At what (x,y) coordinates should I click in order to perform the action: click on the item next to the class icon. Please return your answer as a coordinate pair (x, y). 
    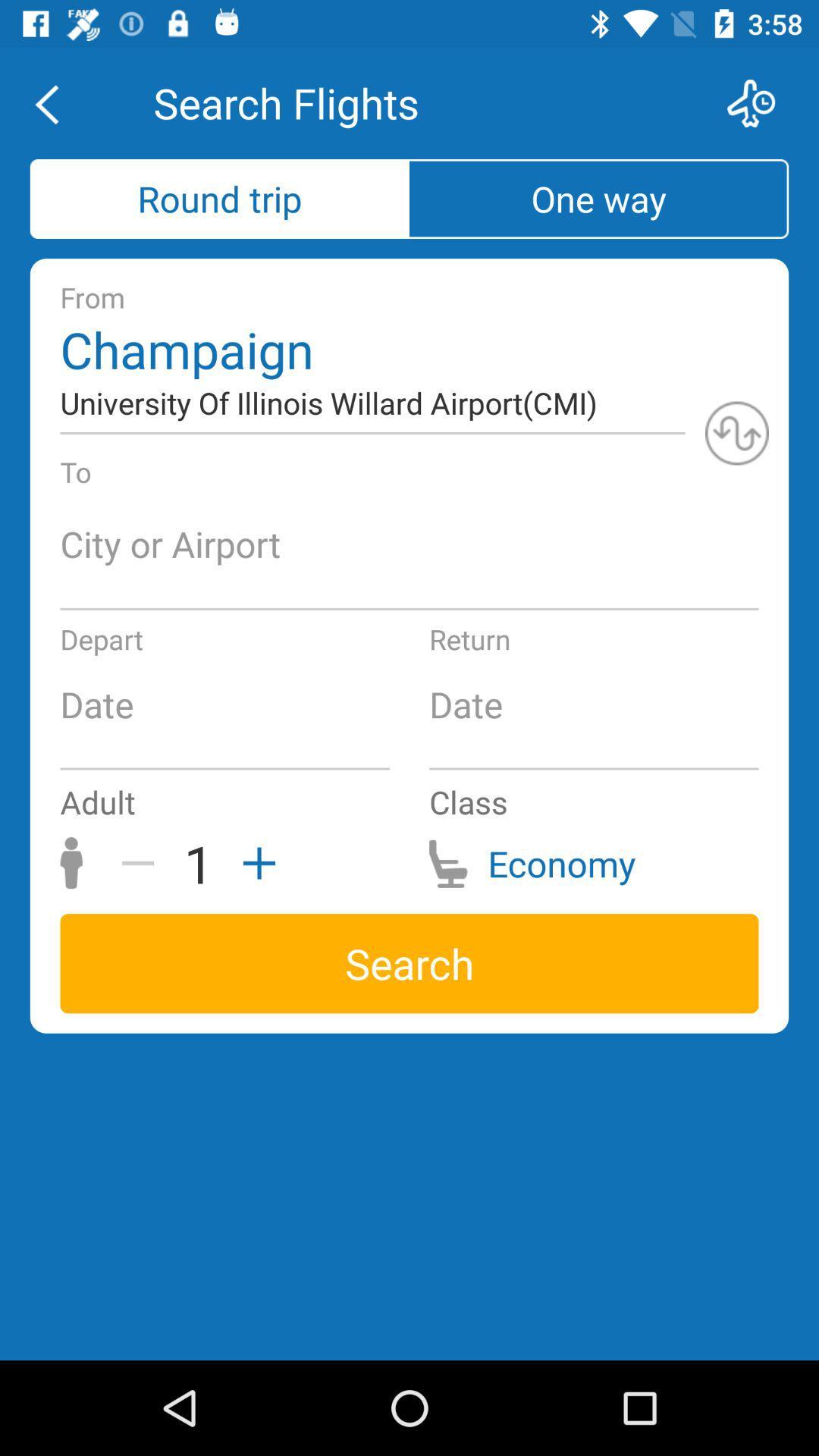
    Looking at the image, I should click on (253, 863).